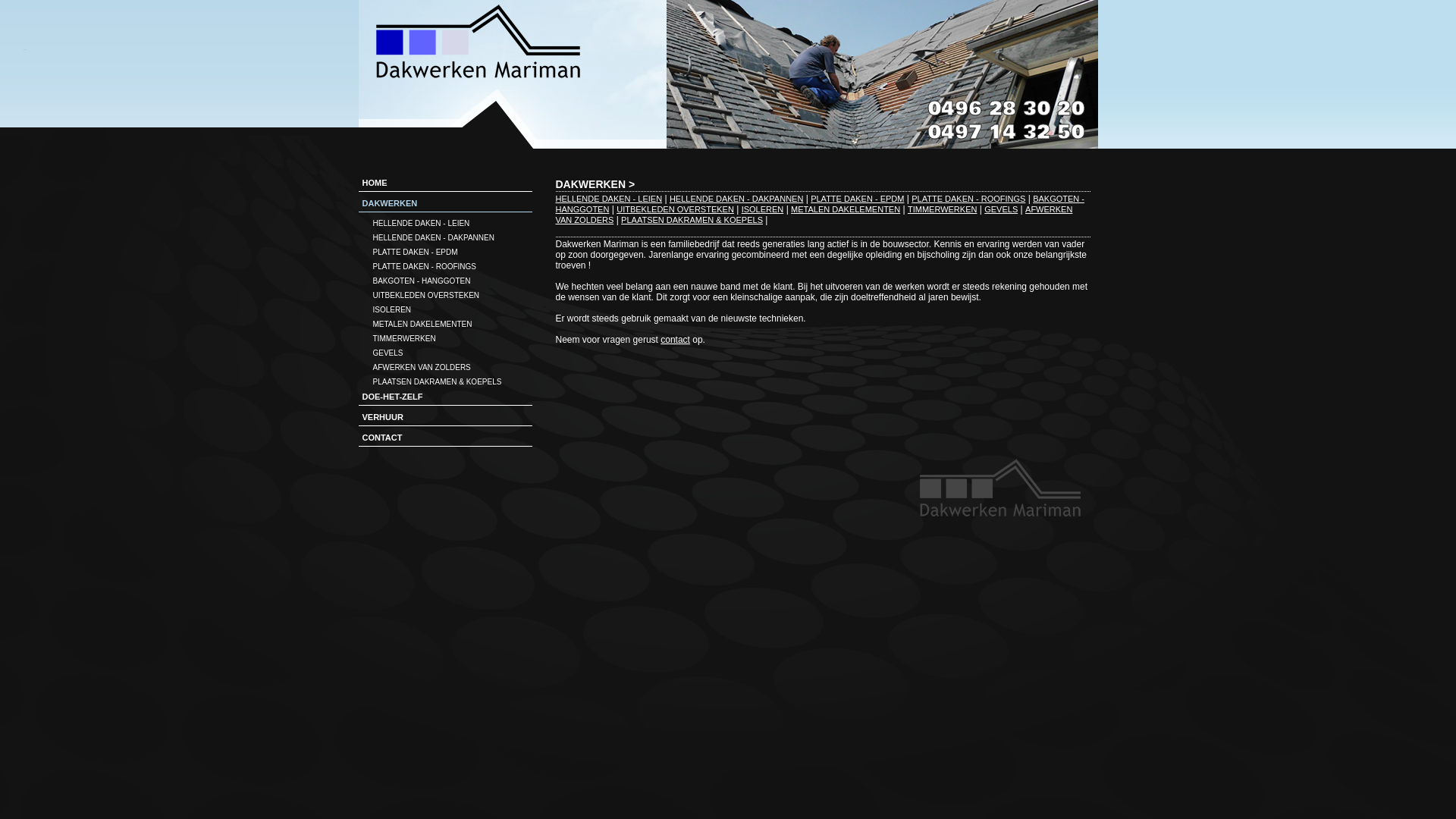 This screenshot has width=1456, height=819. I want to click on 'PLATTE DAKEN - EPDM', so click(857, 198).